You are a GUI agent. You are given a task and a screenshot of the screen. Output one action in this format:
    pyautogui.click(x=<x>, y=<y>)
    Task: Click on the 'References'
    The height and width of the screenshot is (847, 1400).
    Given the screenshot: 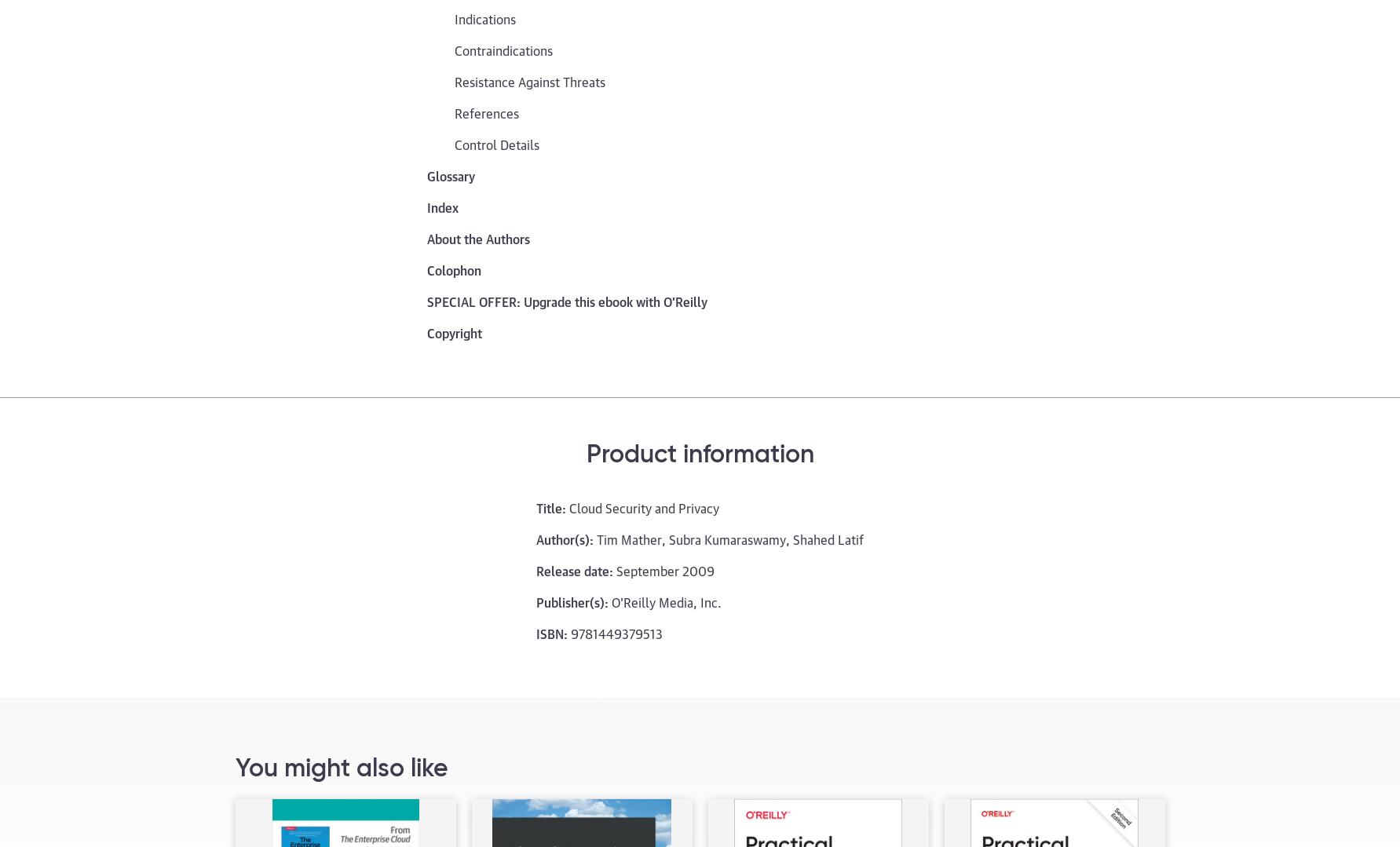 What is the action you would take?
    pyautogui.click(x=486, y=111)
    